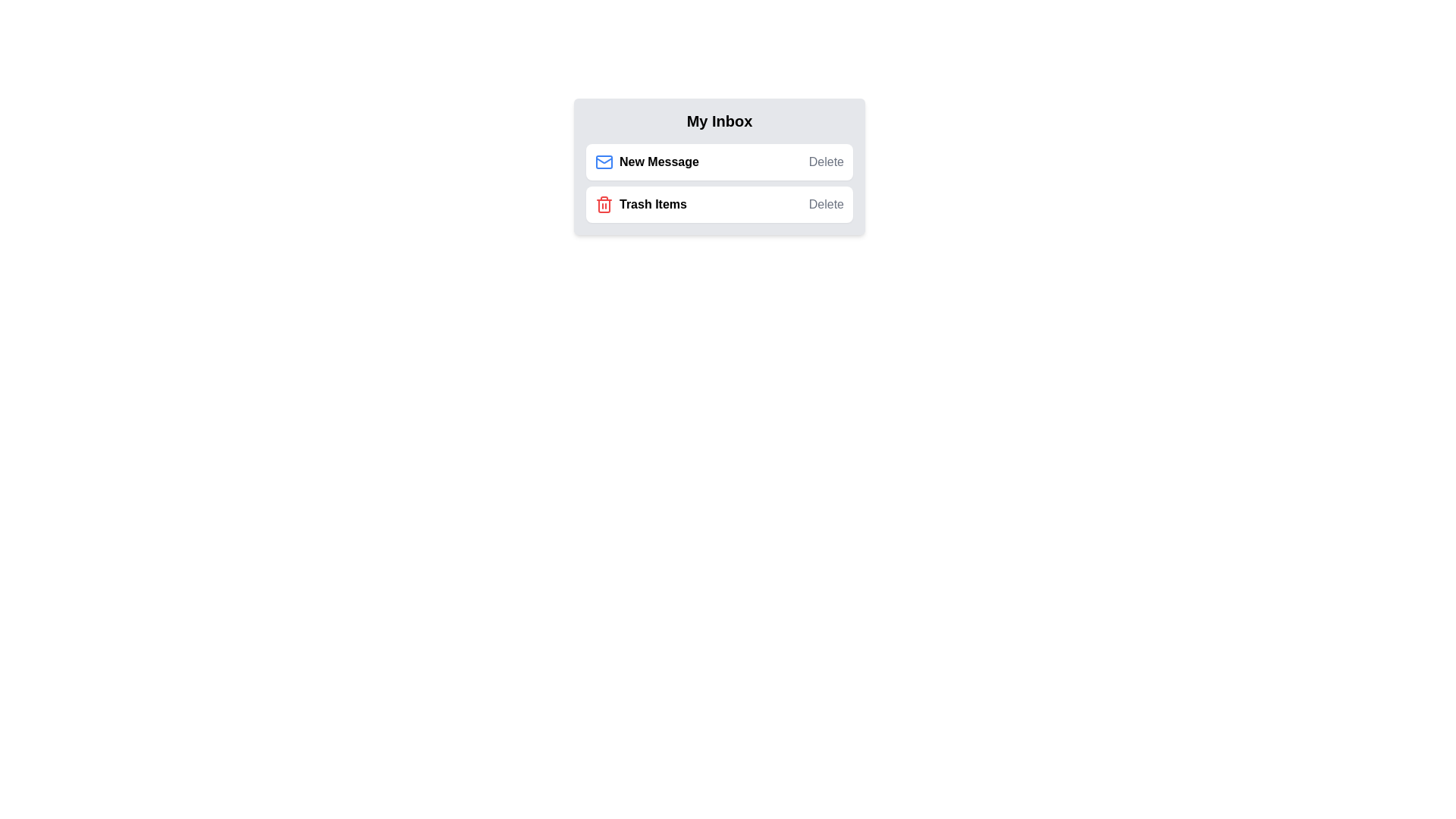 The image size is (1456, 819). What do you see at coordinates (603, 162) in the screenshot?
I see `the 'New Message' icon to view details` at bounding box center [603, 162].